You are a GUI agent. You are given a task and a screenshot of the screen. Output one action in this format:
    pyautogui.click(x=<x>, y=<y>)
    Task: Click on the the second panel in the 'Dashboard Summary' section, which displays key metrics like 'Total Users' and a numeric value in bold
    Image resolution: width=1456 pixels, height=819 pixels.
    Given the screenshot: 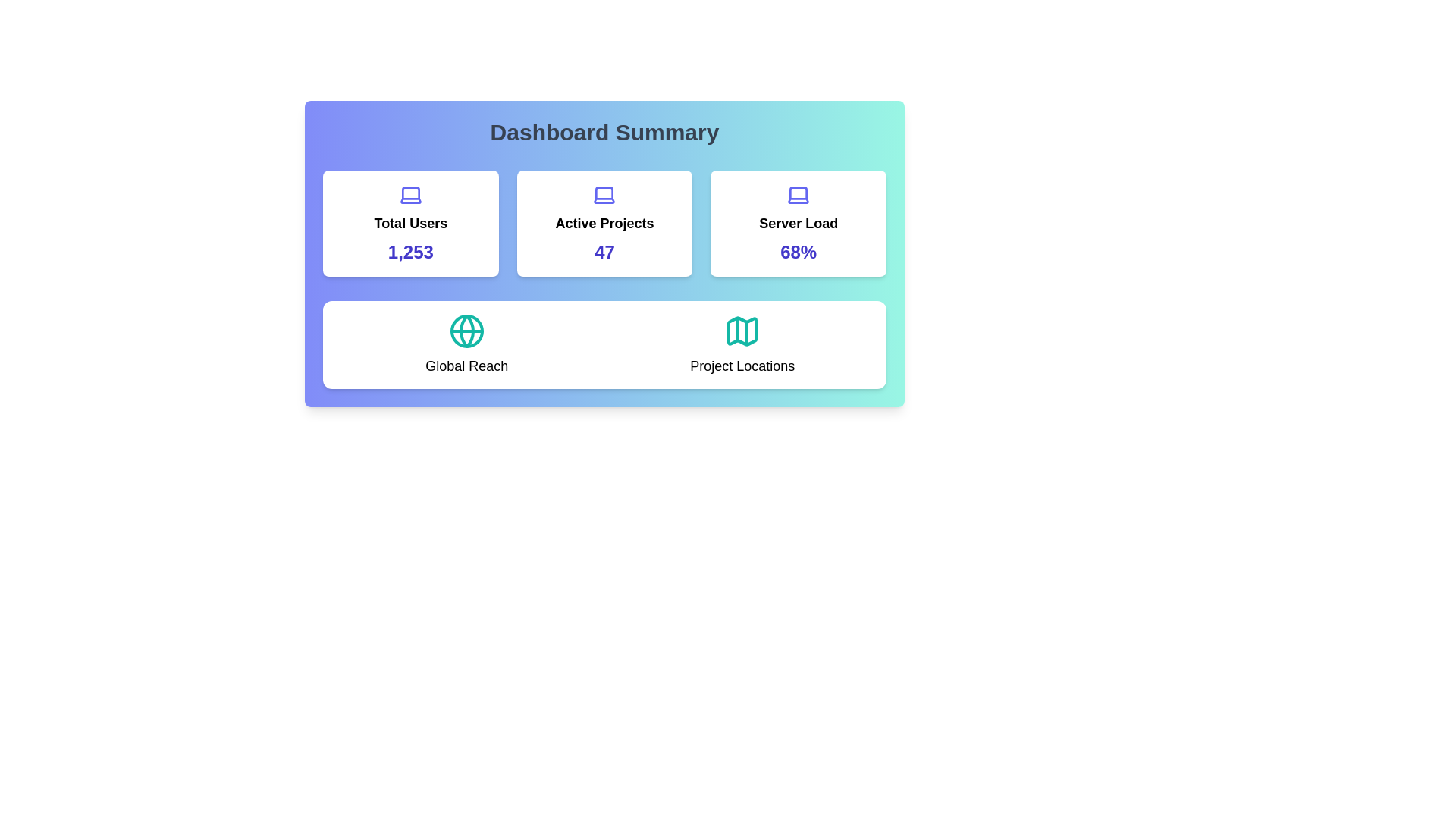 What is the action you would take?
    pyautogui.click(x=604, y=223)
    